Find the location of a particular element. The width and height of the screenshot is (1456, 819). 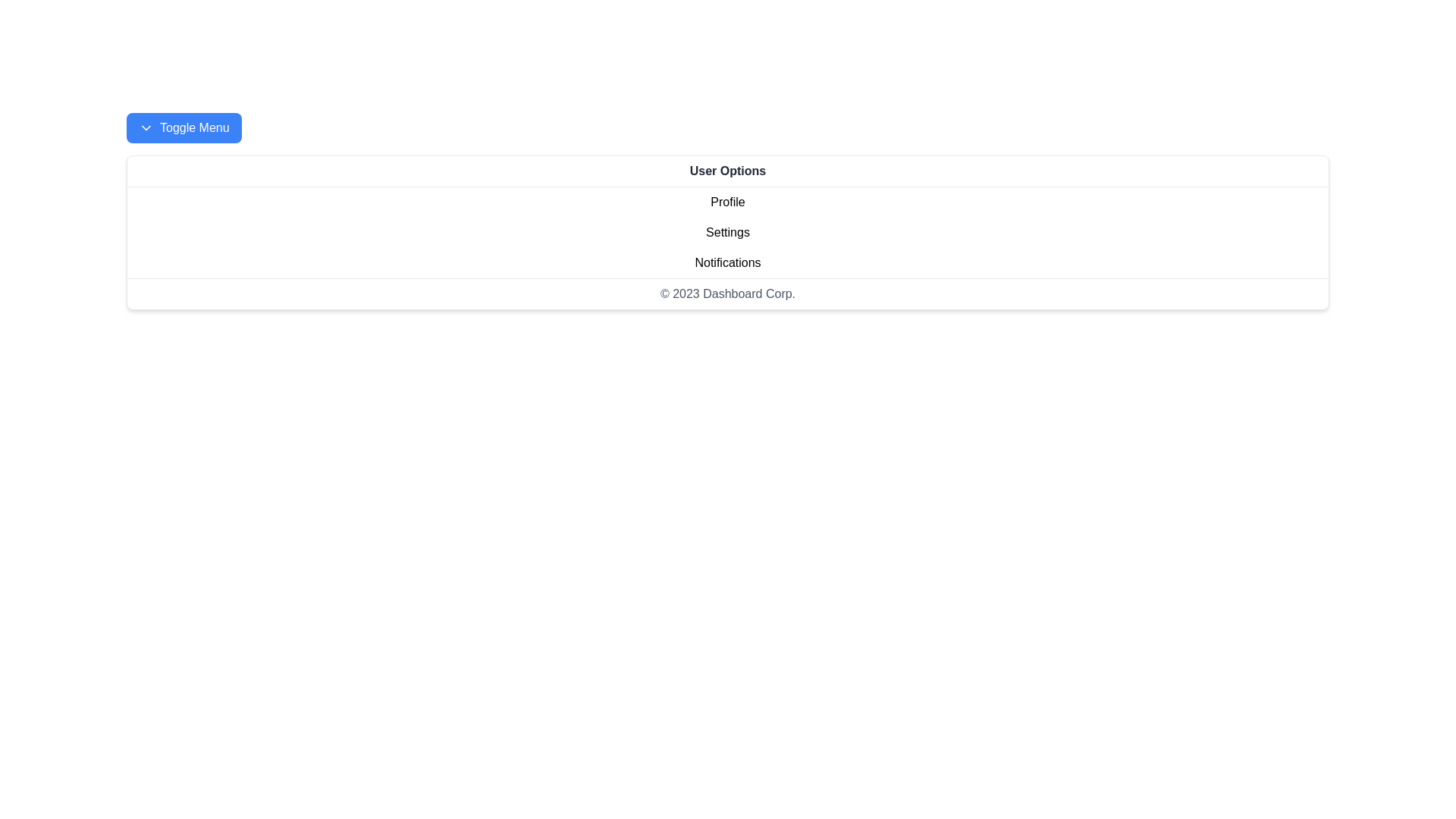

the Notifications from the User Options drawer is located at coordinates (728, 262).